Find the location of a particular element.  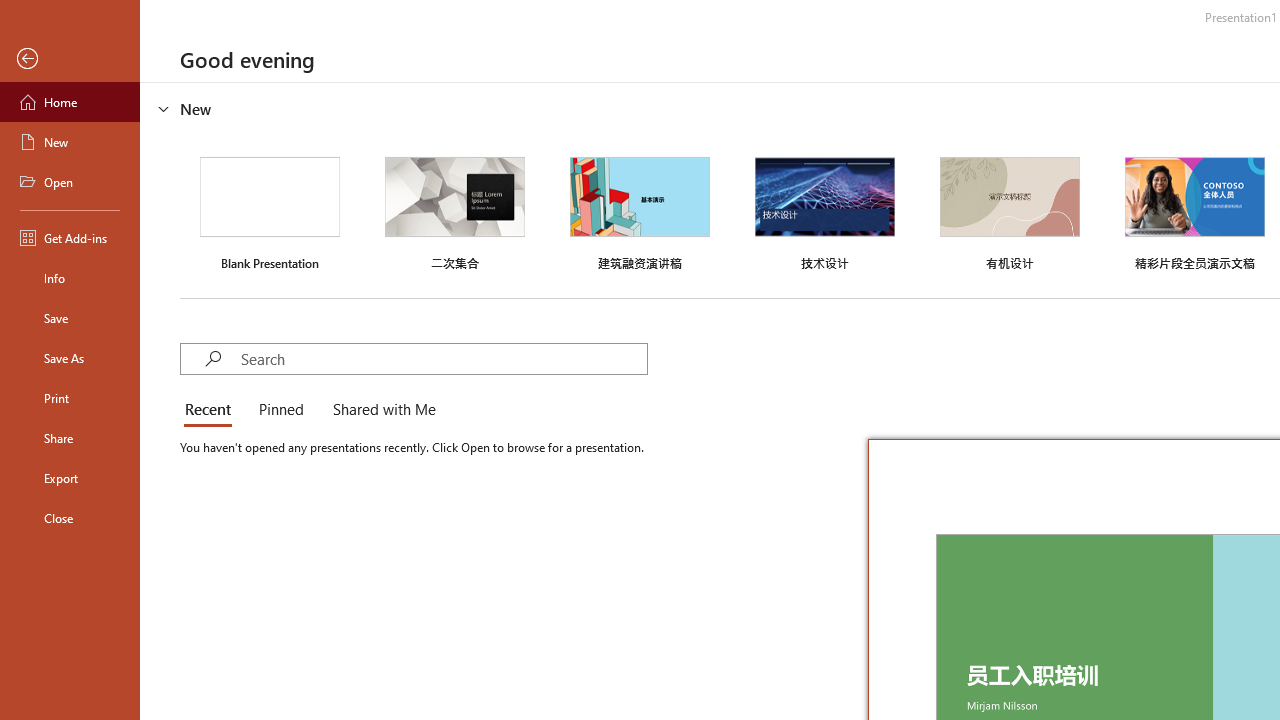

'Shared with Me' is located at coordinates (380, 410).